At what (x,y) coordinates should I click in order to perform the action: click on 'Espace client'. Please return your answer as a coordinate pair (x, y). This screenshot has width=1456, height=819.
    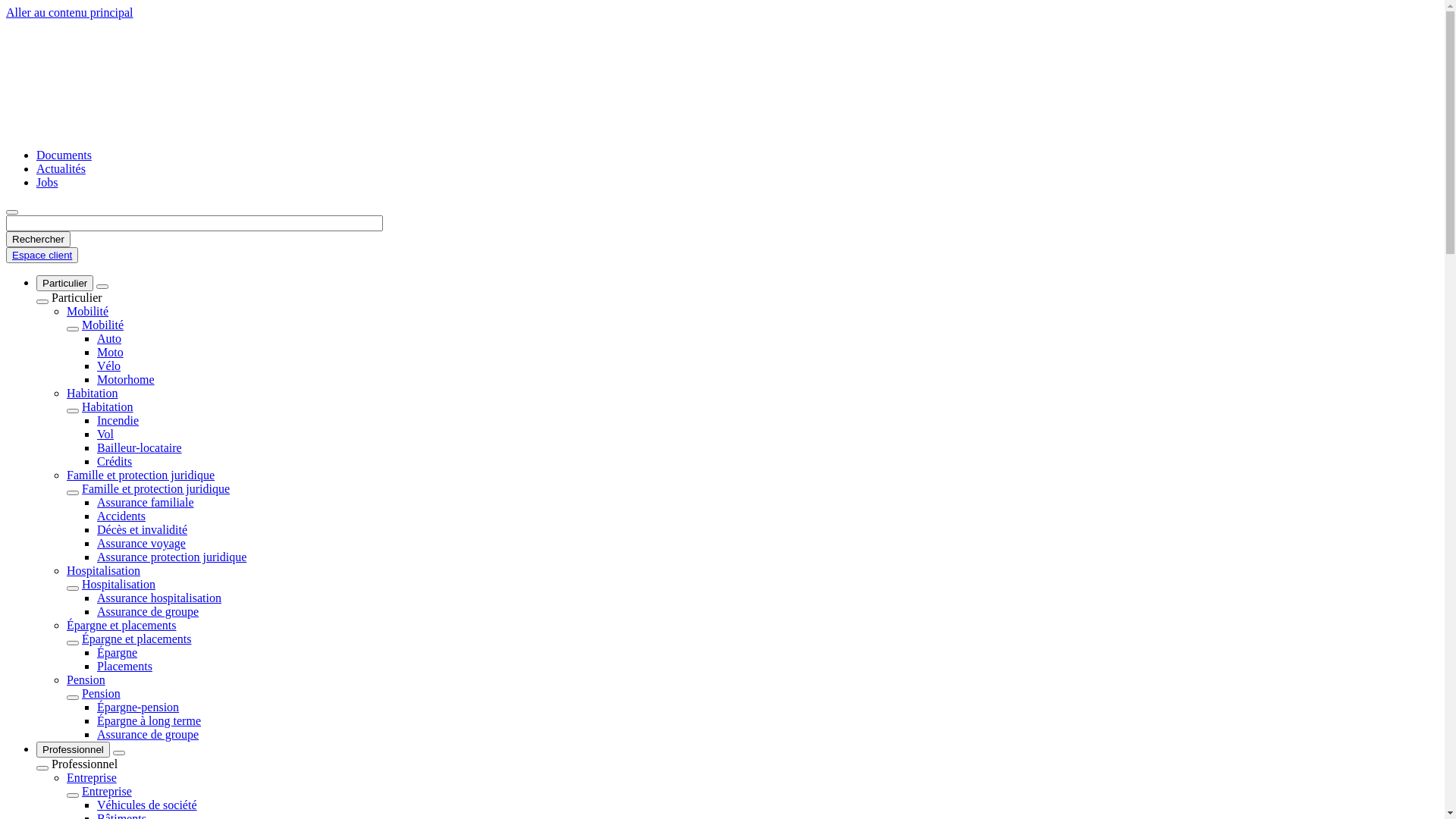
    Looking at the image, I should click on (42, 254).